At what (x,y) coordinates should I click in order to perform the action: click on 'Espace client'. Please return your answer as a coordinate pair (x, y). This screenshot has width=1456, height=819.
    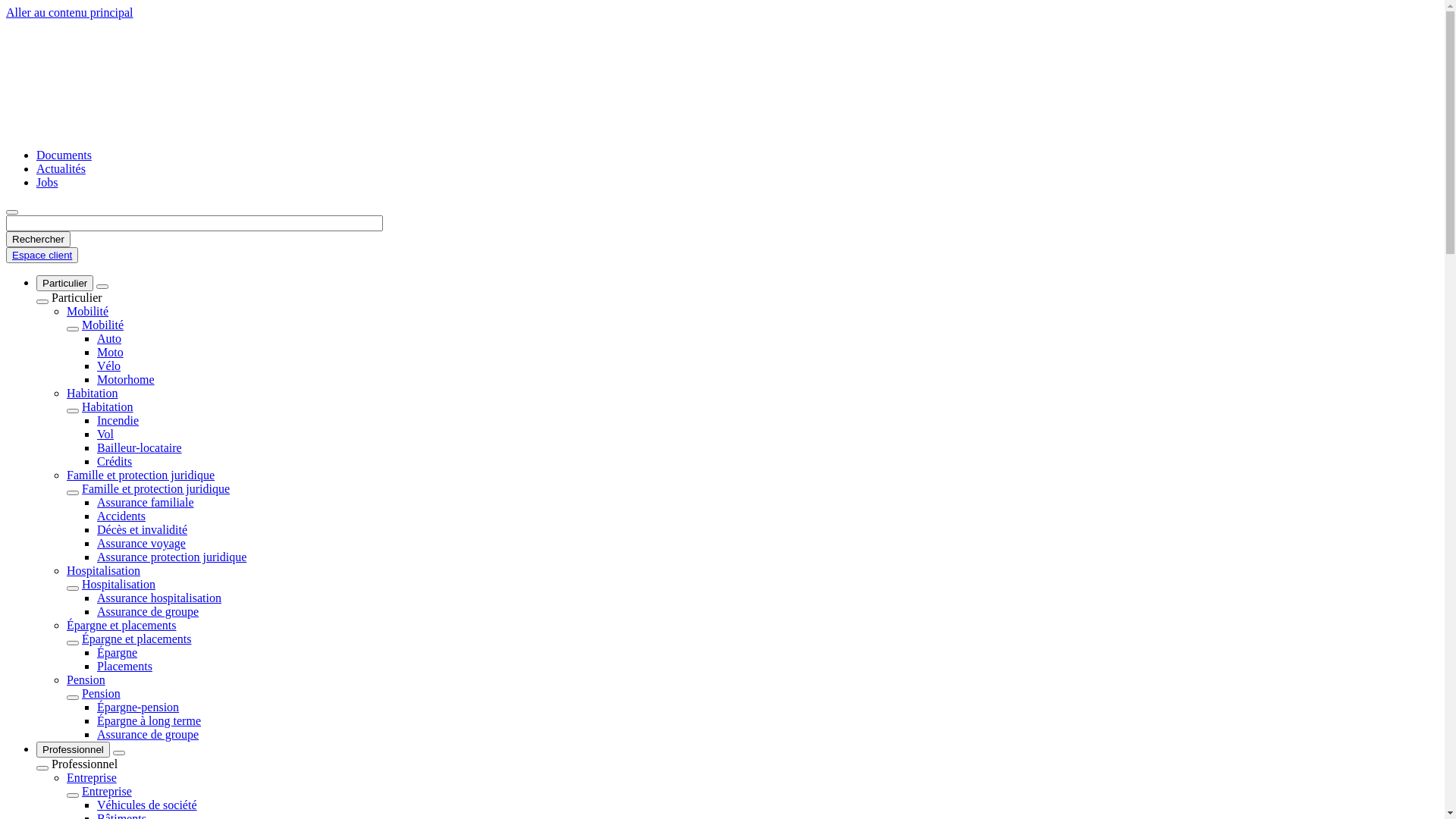
    Looking at the image, I should click on (42, 254).